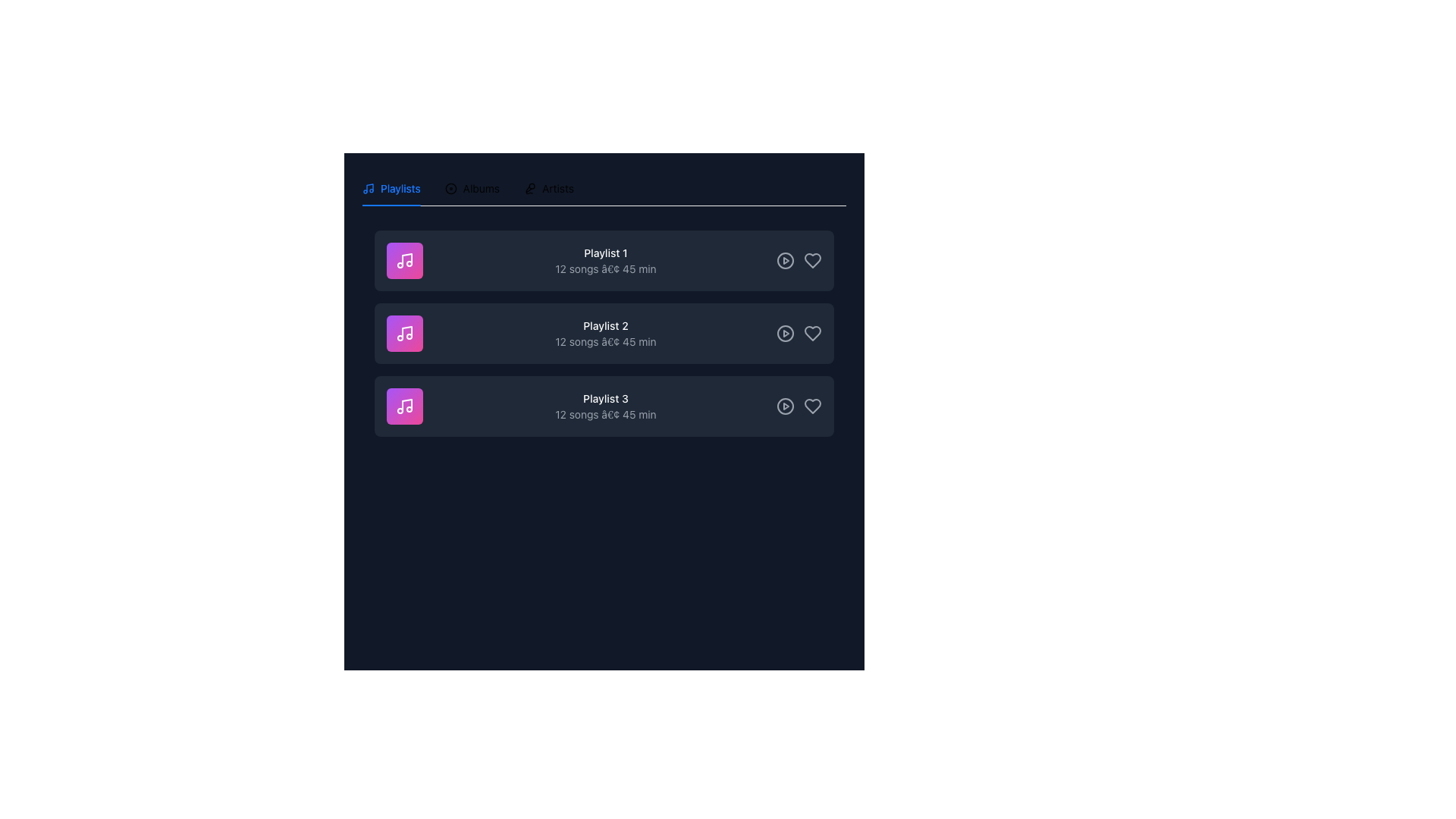 The image size is (1456, 819). Describe the element at coordinates (404, 406) in the screenshot. I see `the musical note icon styled in white with a purple-to-pink gradient circular background, located on the left side of the playlist row` at that location.